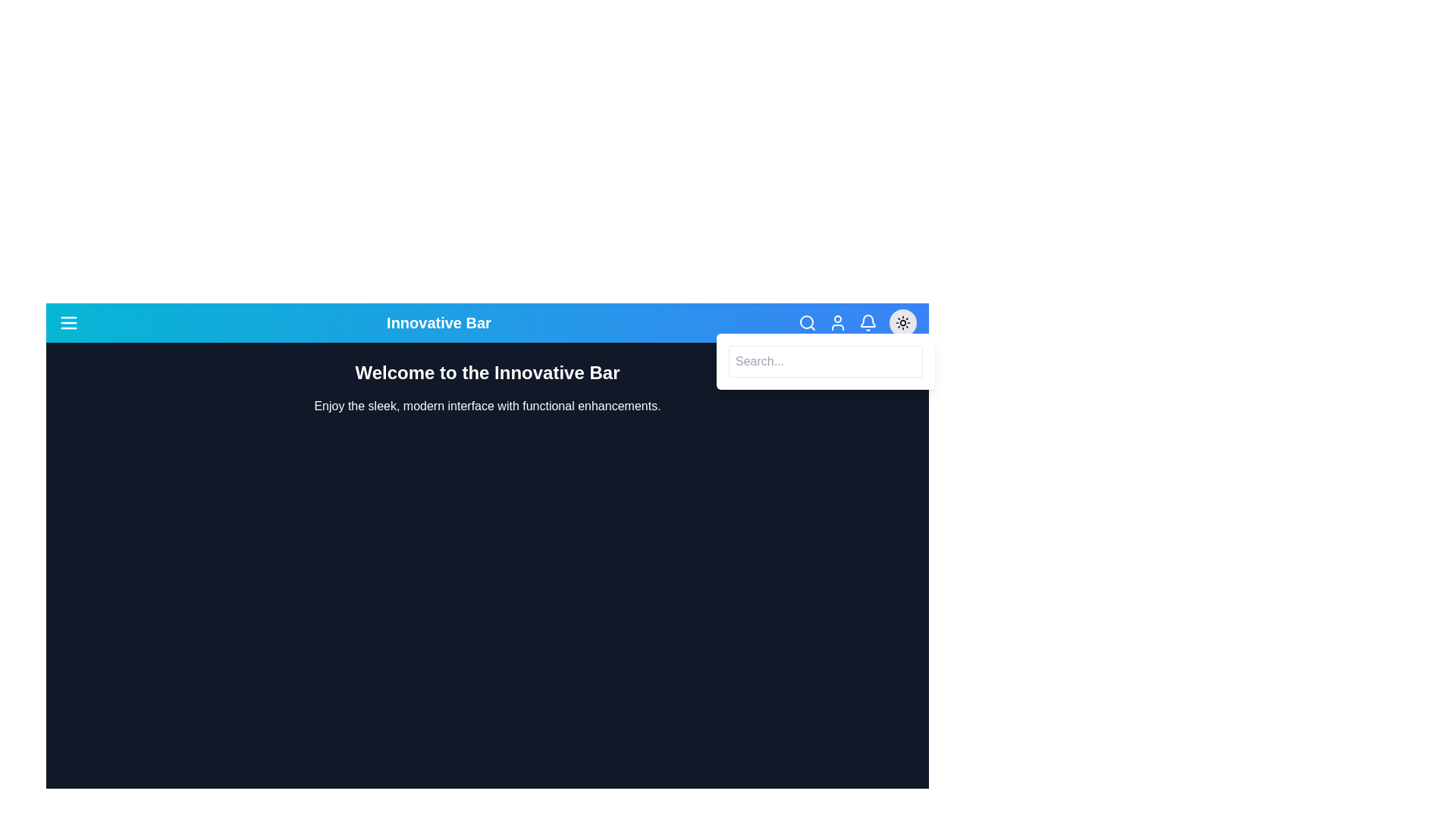  Describe the element at coordinates (836, 322) in the screenshot. I see `the user icon to perform the intended action` at that location.